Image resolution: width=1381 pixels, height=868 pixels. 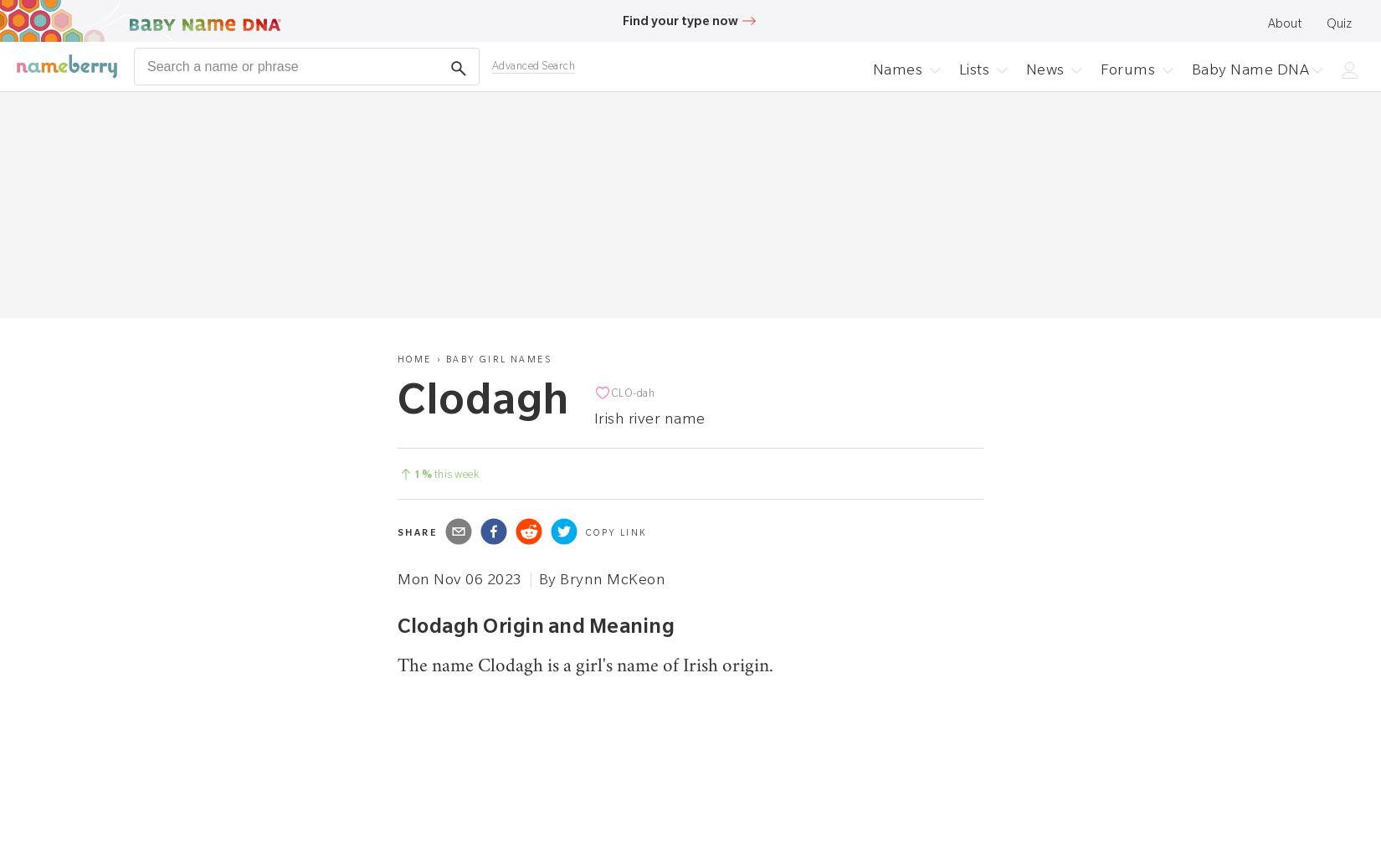 What do you see at coordinates (454, 474) in the screenshot?
I see `'this week'` at bounding box center [454, 474].